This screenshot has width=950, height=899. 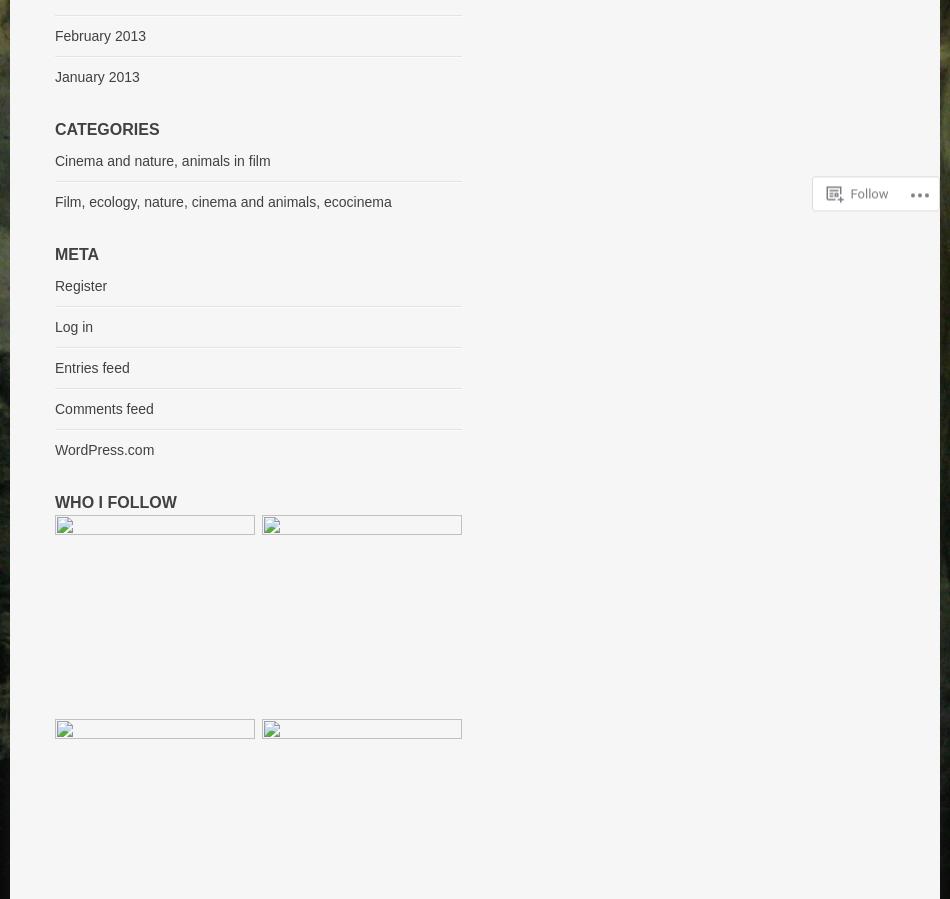 I want to click on 'Film, ecology, nature, cinema and animals, ecocinema', so click(x=55, y=202).